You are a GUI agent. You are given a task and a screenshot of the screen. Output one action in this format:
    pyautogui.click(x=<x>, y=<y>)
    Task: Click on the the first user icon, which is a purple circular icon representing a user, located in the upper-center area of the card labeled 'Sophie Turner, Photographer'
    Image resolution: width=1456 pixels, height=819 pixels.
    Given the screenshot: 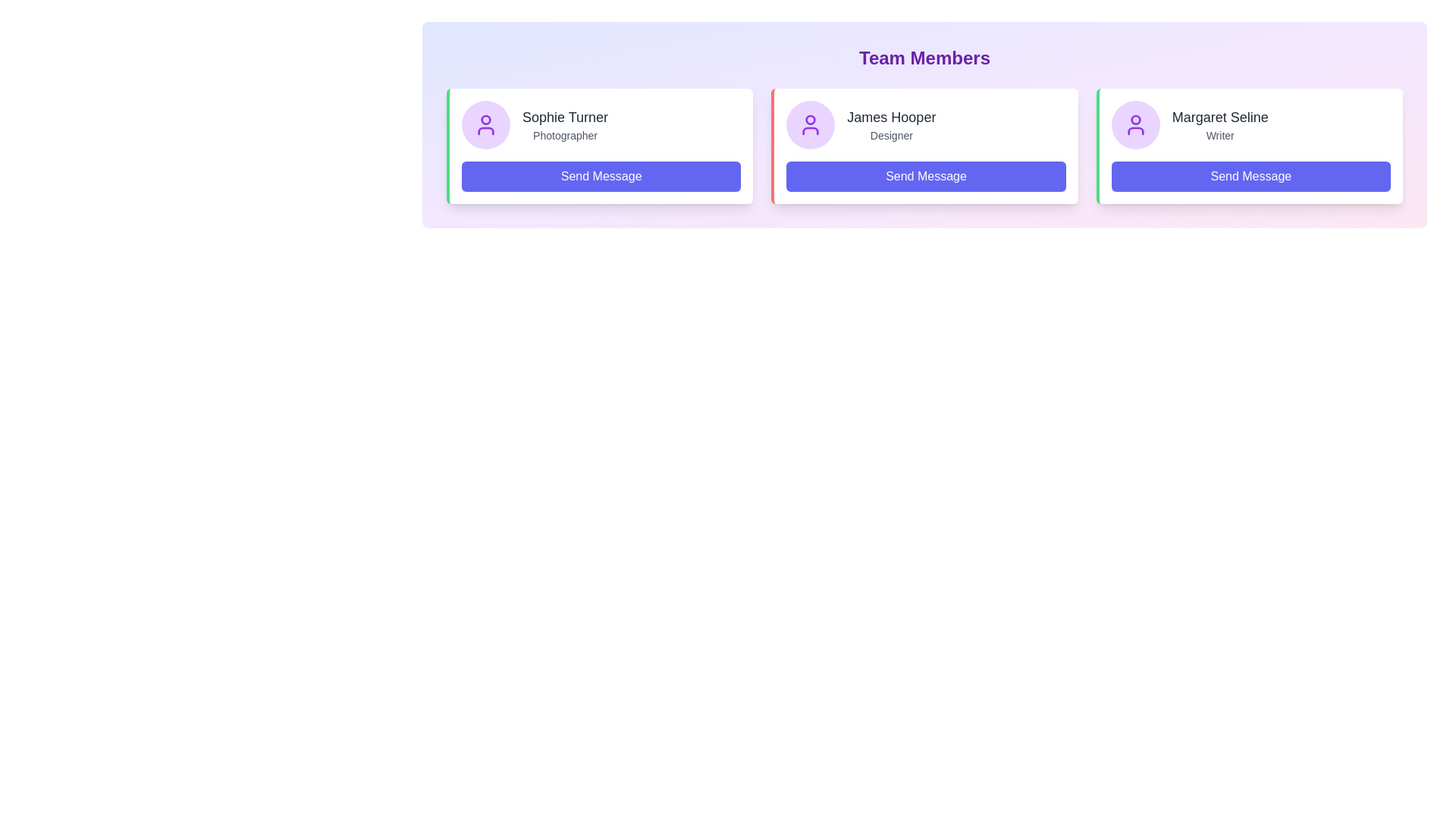 What is the action you would take?
    pyautogui.click(x=486, y=124)
    